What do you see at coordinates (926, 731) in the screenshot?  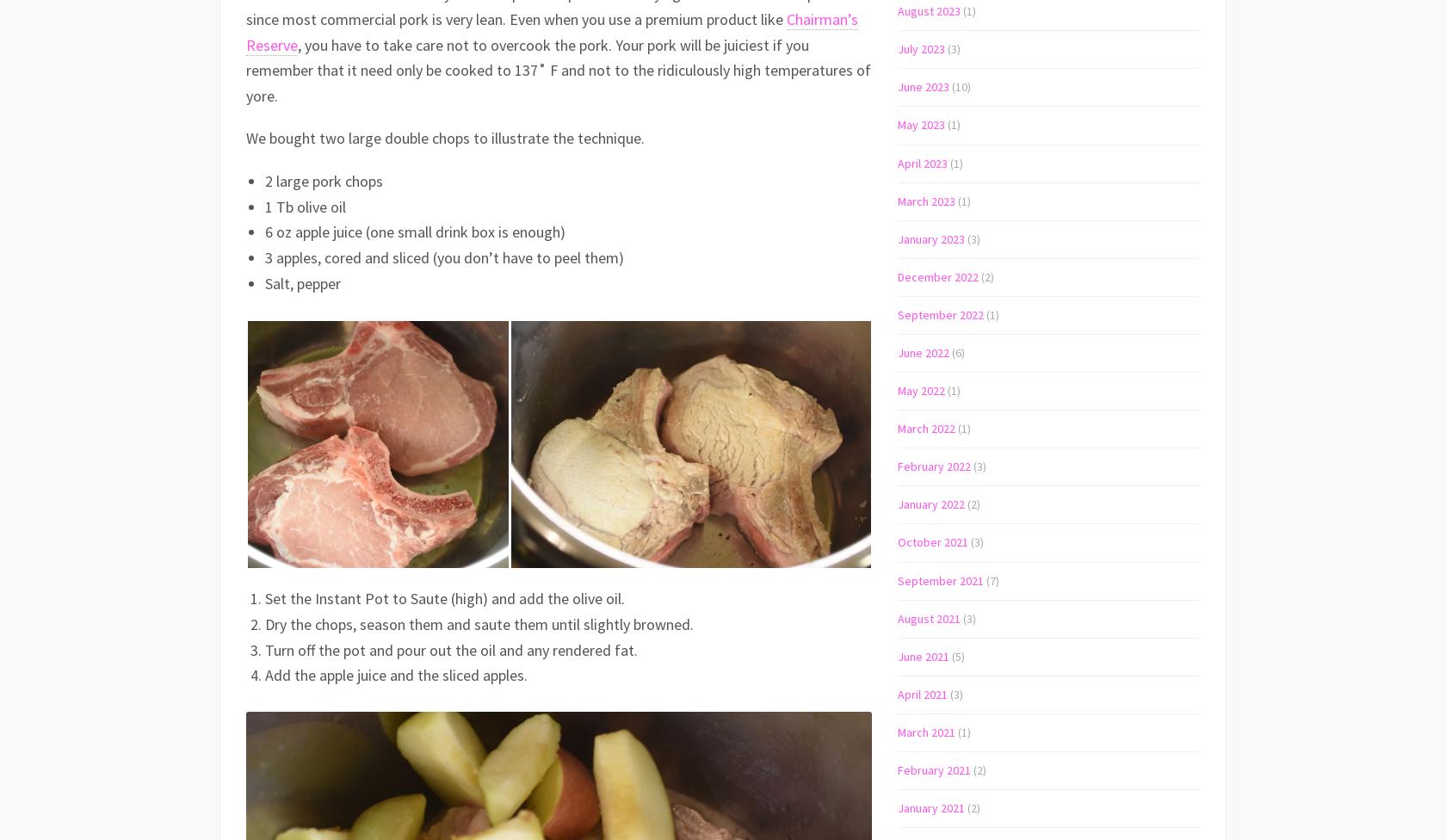 I see `'March 2021'` at bounding box center [926, 731].